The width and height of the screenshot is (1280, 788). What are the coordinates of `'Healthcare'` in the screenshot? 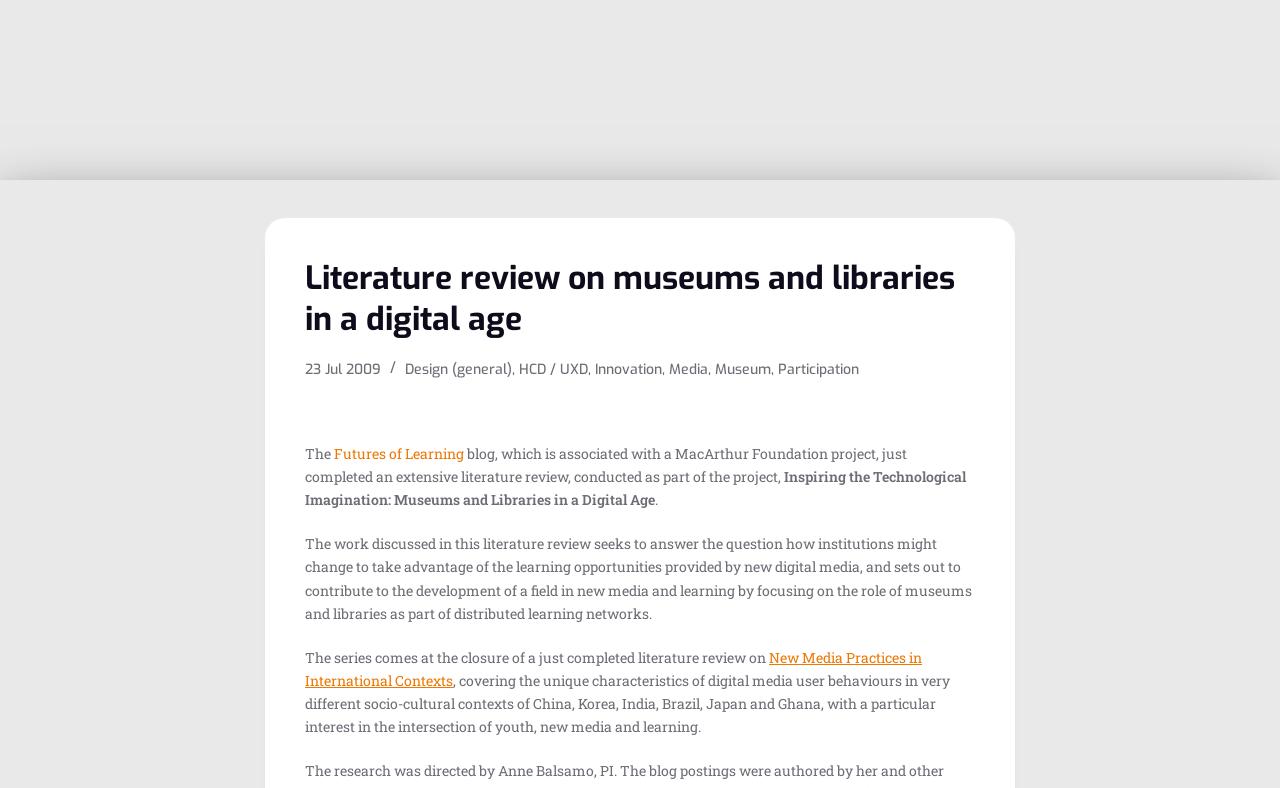 It's located at (757, 321).